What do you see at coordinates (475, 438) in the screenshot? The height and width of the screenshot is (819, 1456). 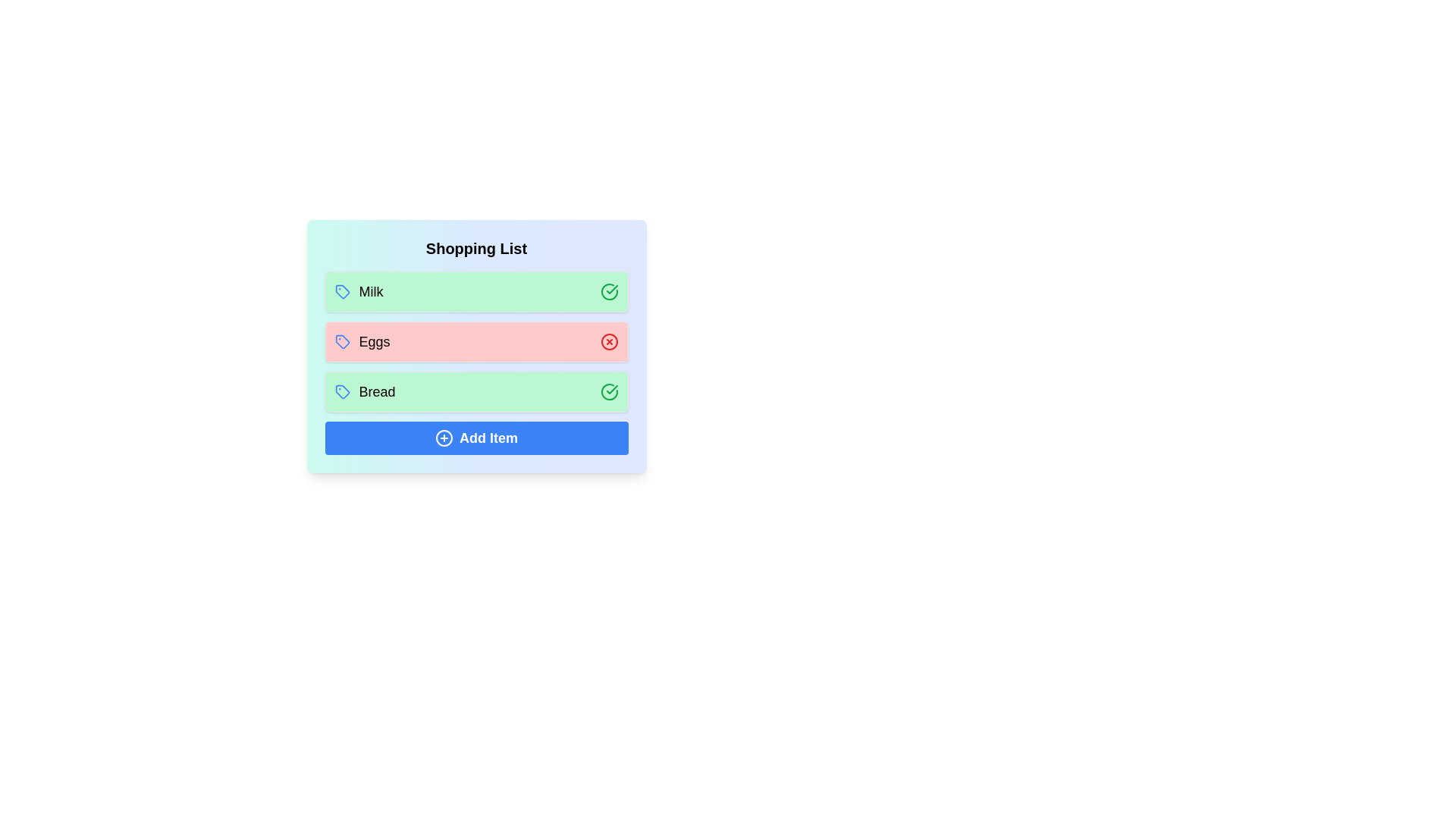 I see `the 'Add Item' button to add a new item to the shopping list` at bounding box center [475, 438].